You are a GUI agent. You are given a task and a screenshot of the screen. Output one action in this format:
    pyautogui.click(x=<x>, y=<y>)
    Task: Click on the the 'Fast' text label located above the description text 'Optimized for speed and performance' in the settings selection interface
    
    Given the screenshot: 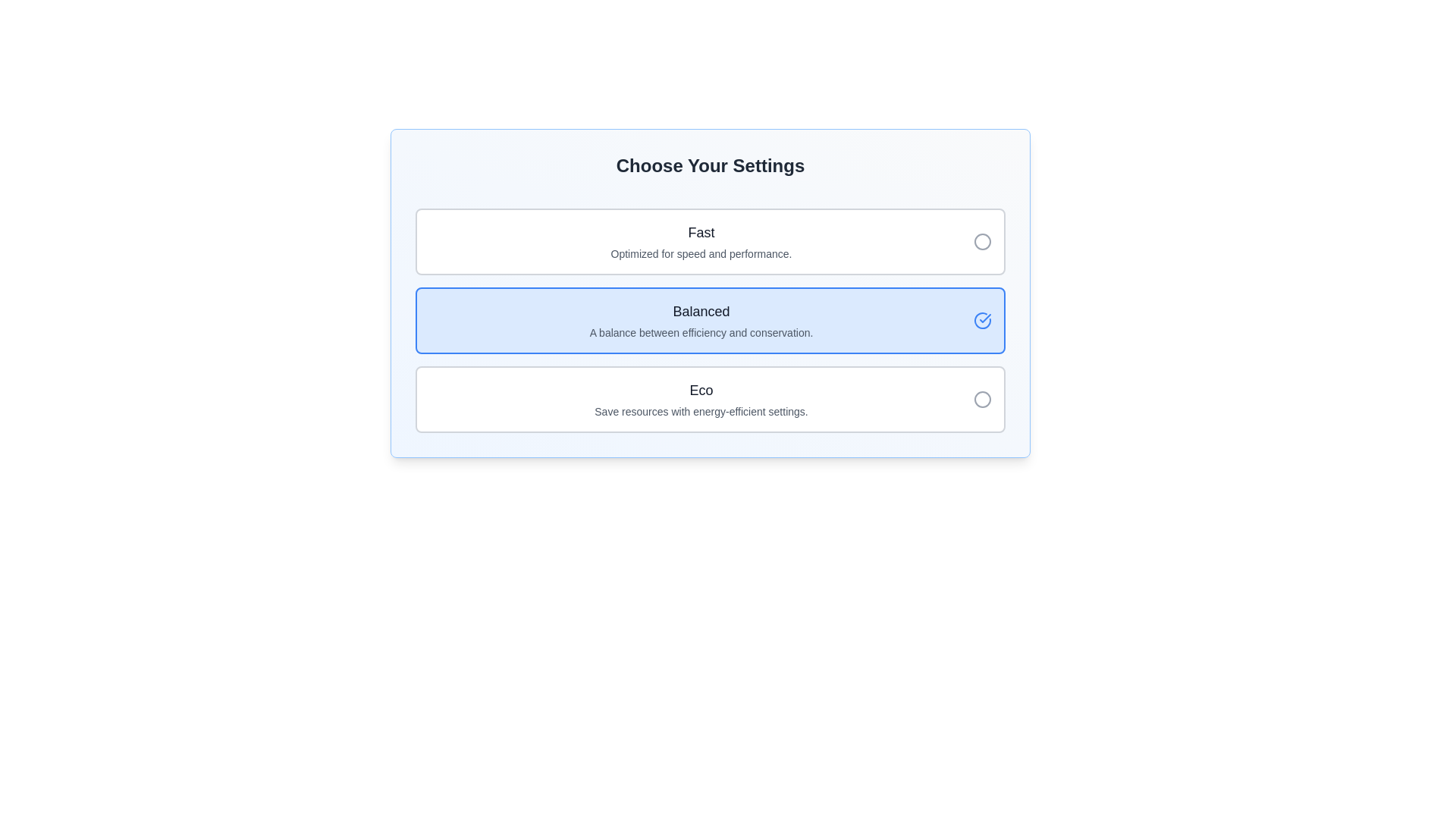 What is the action you would take?
    pyautogui.click(x=701, y=233)
    